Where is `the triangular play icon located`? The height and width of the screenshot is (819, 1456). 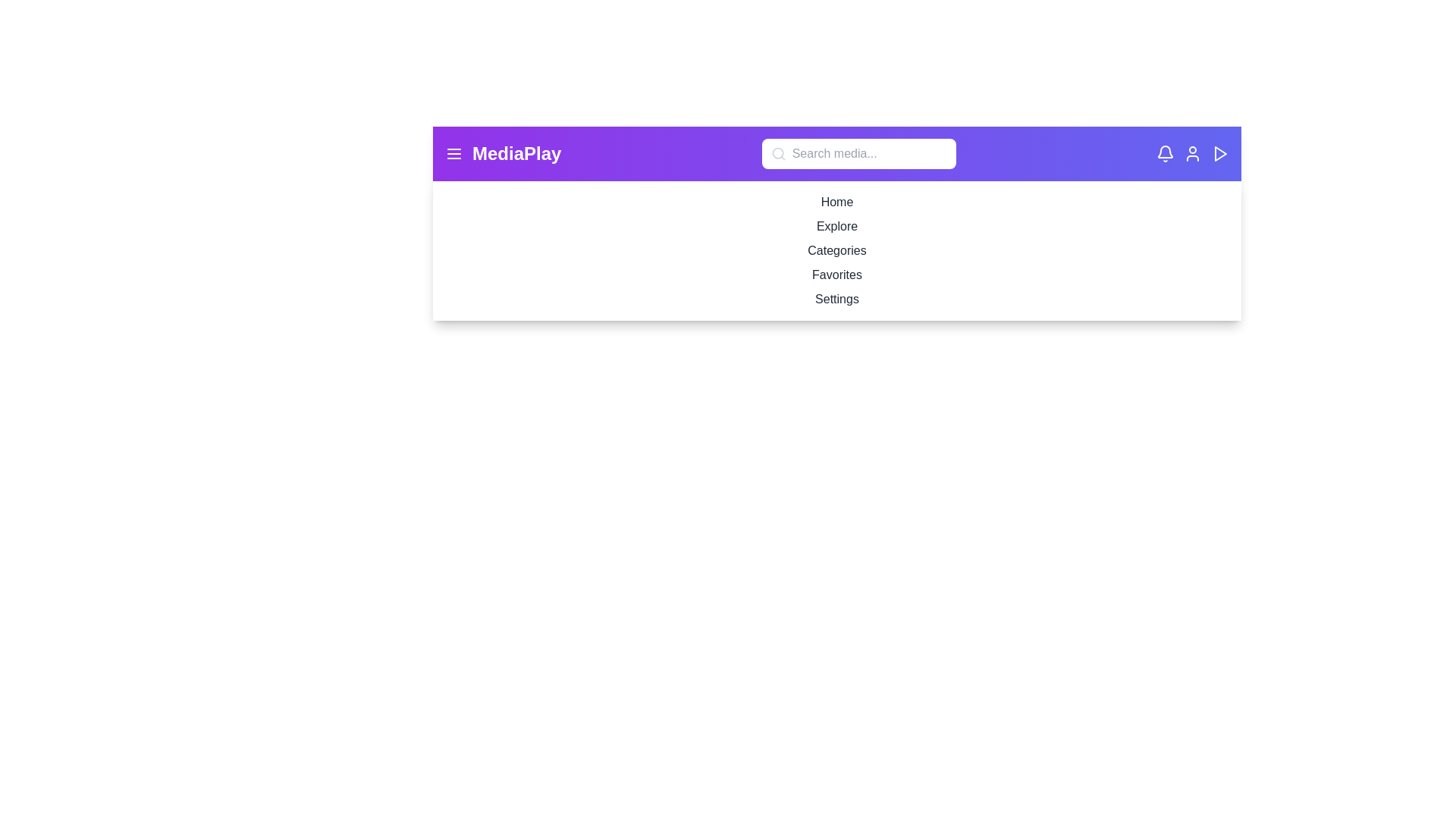
the triangular play icon located is located at coordinates (1219, 154).